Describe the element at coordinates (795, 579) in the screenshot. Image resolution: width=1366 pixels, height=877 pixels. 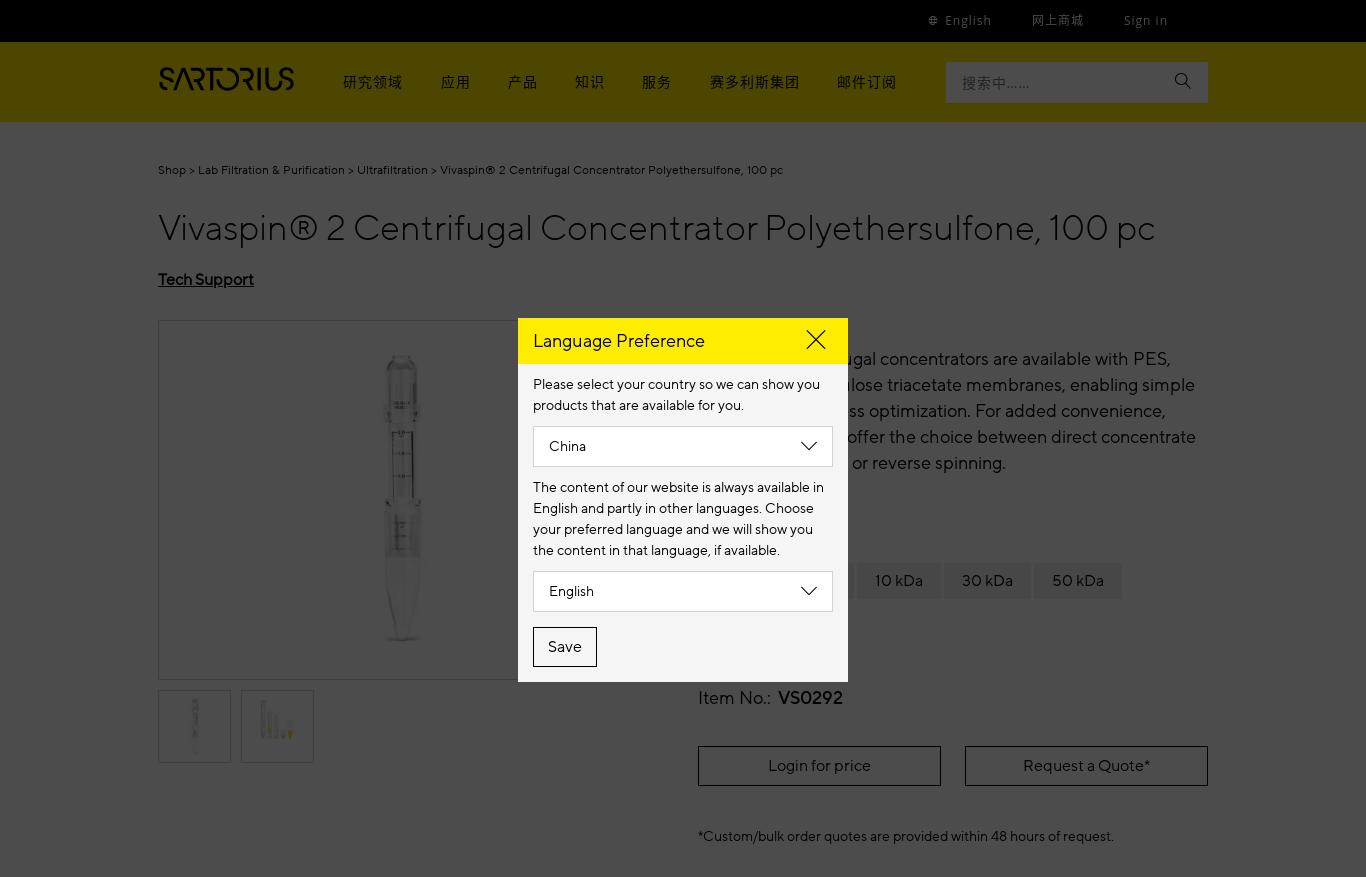
I see `'5 kDa'` at that location.